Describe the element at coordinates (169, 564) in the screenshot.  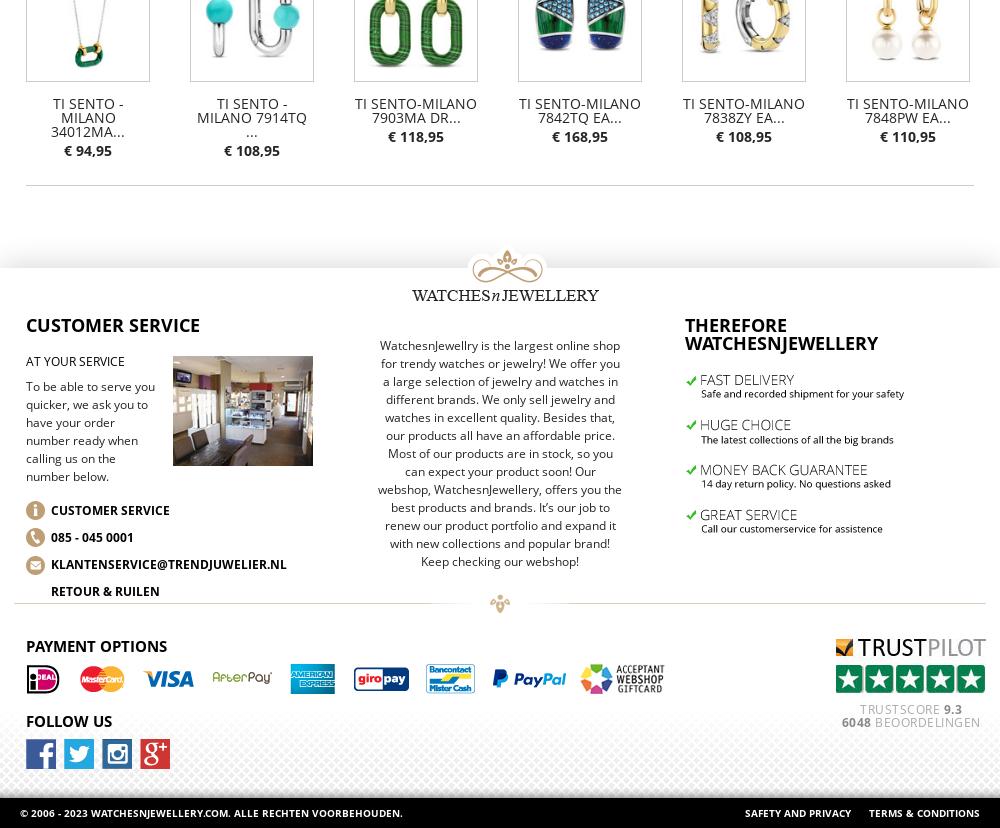
I see `'klantenservice@trendjuwelier.nl'` at that location.